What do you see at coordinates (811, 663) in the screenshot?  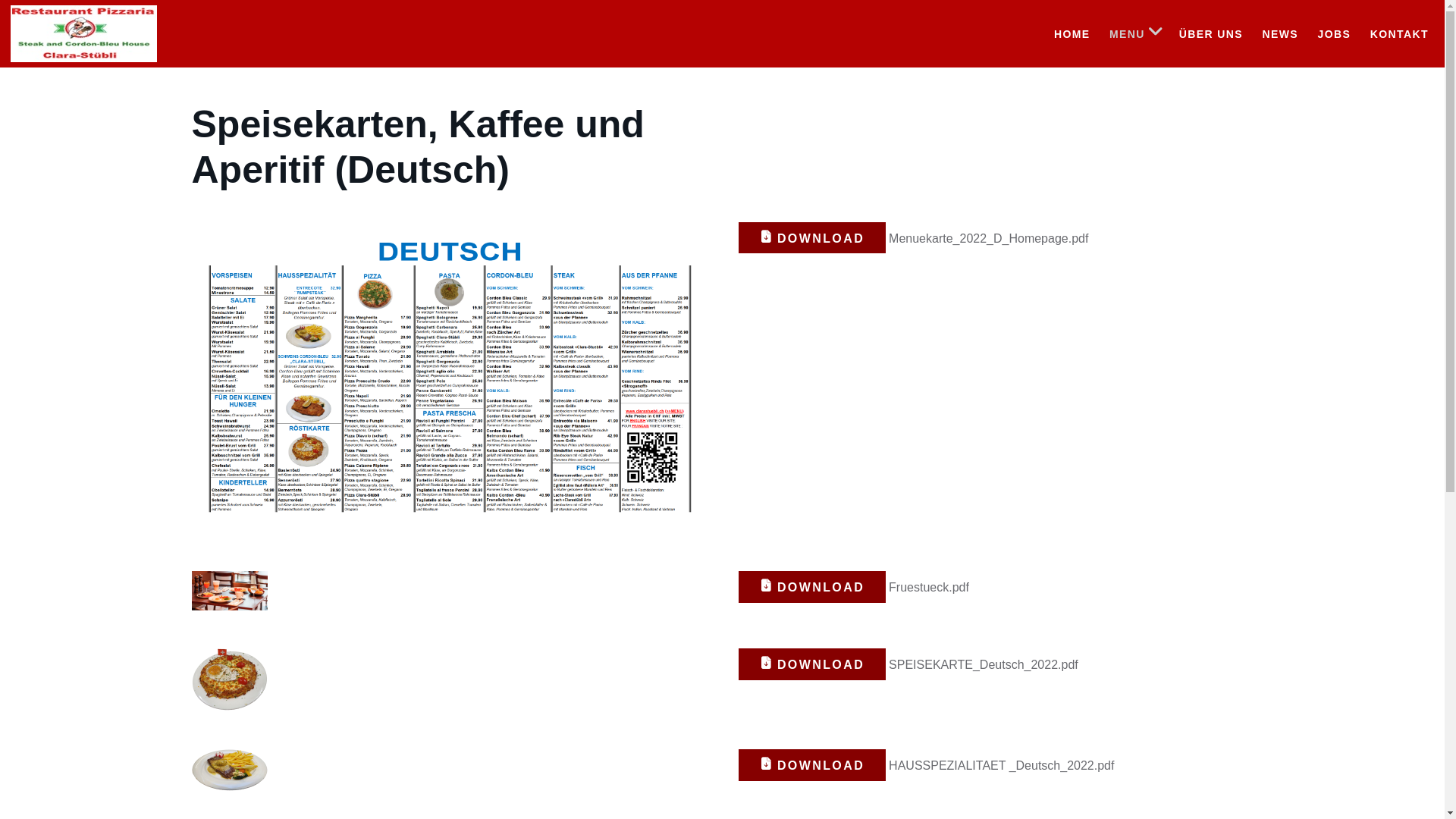 I see `'DOWNLOAD'` at bounding box center [811, 663].